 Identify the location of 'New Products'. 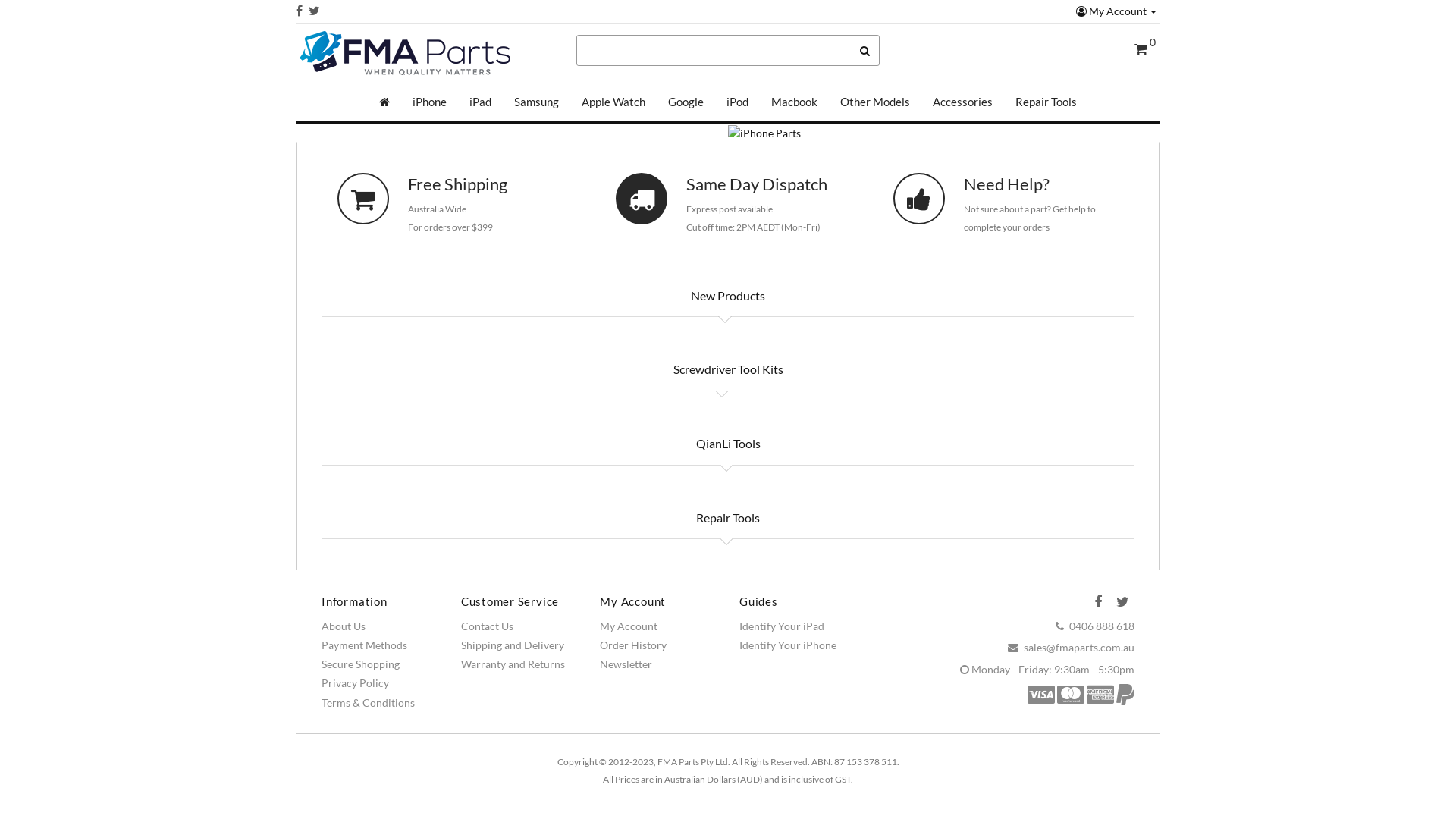
(728, 295).